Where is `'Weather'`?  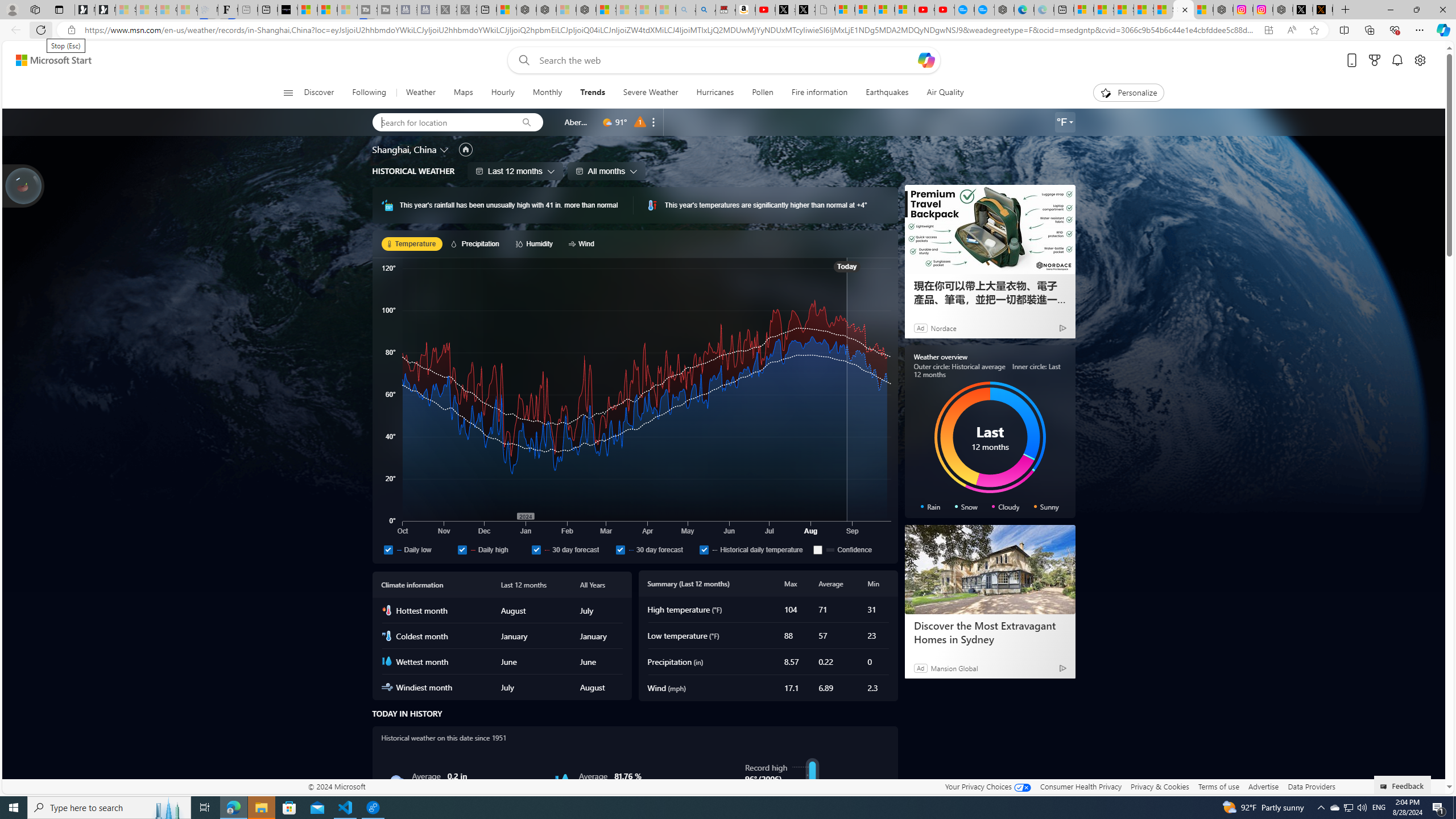
'Weather' is located at coordinates (419, 92).